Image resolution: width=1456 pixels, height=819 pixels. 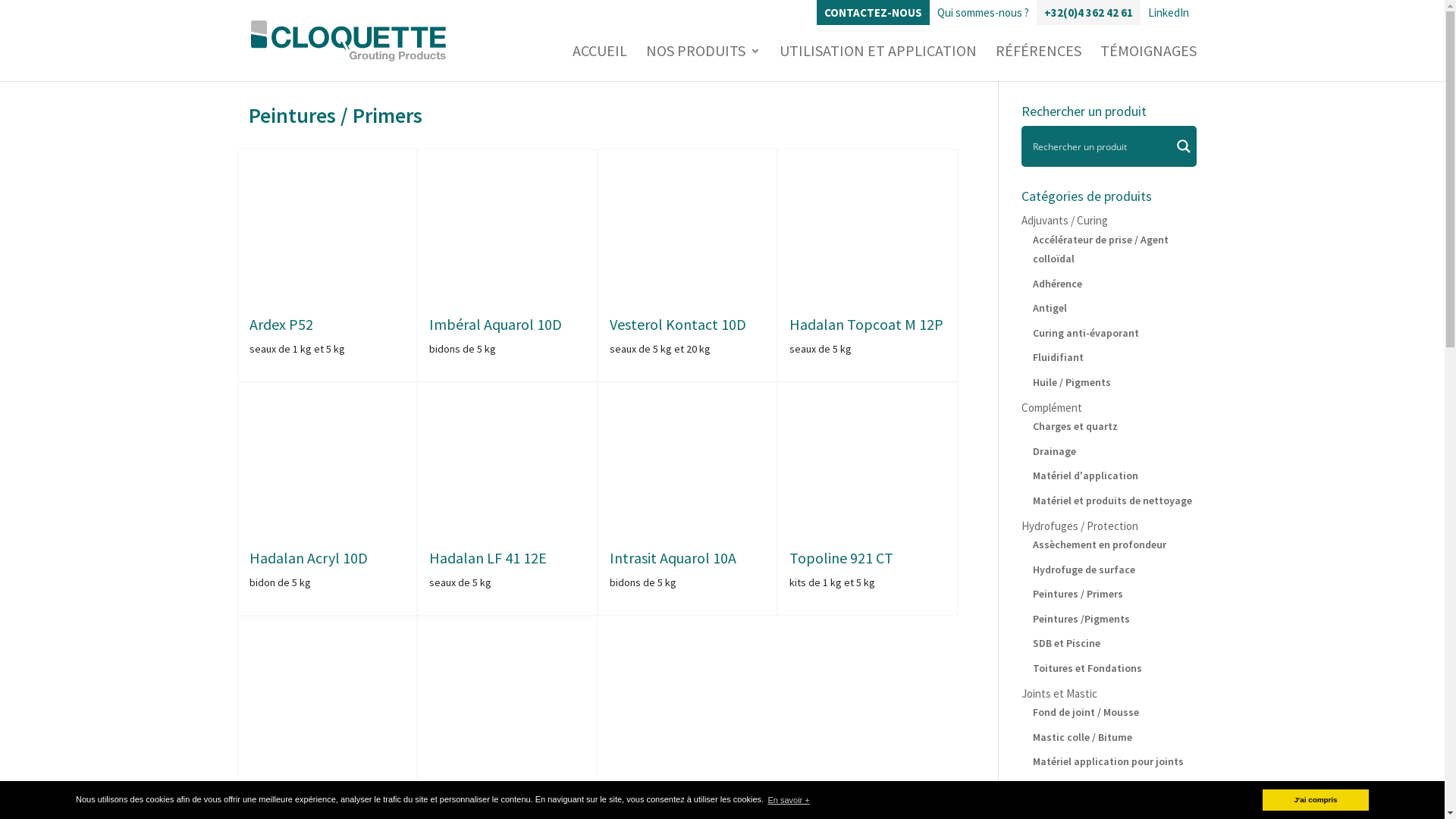 What do you see at coordinates (1032, 380) in the screenshot?
I see `'Huile / Pigments'` at bounding box center [1032, 380].